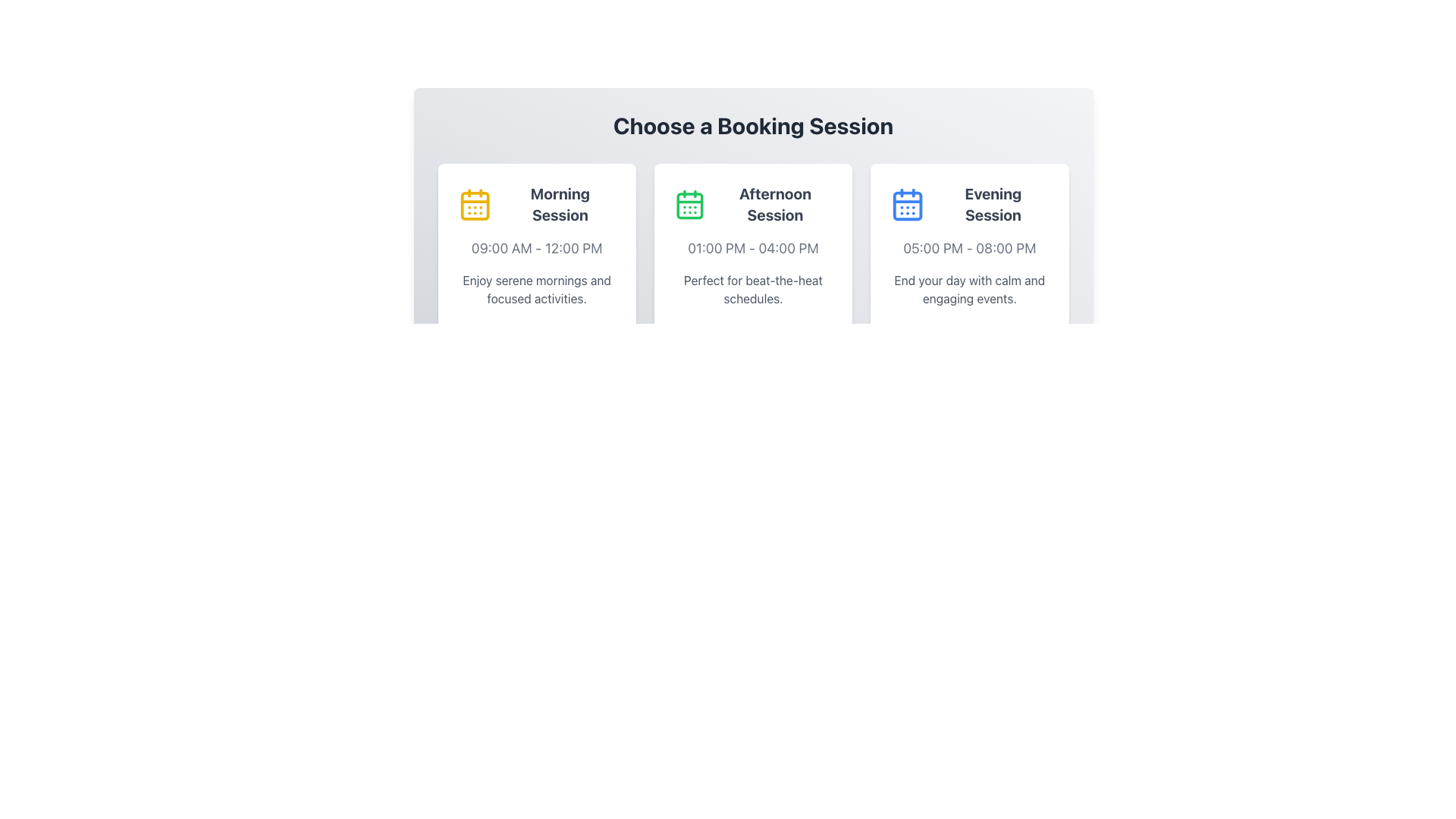  Describe the element at coordinates (689, 205) in the screenshot. I see `the green rounded calendar icon located in the 'Afternoon Session' section, which is positioned above the '01:00 PM - 04:00 PM' text` at that location.